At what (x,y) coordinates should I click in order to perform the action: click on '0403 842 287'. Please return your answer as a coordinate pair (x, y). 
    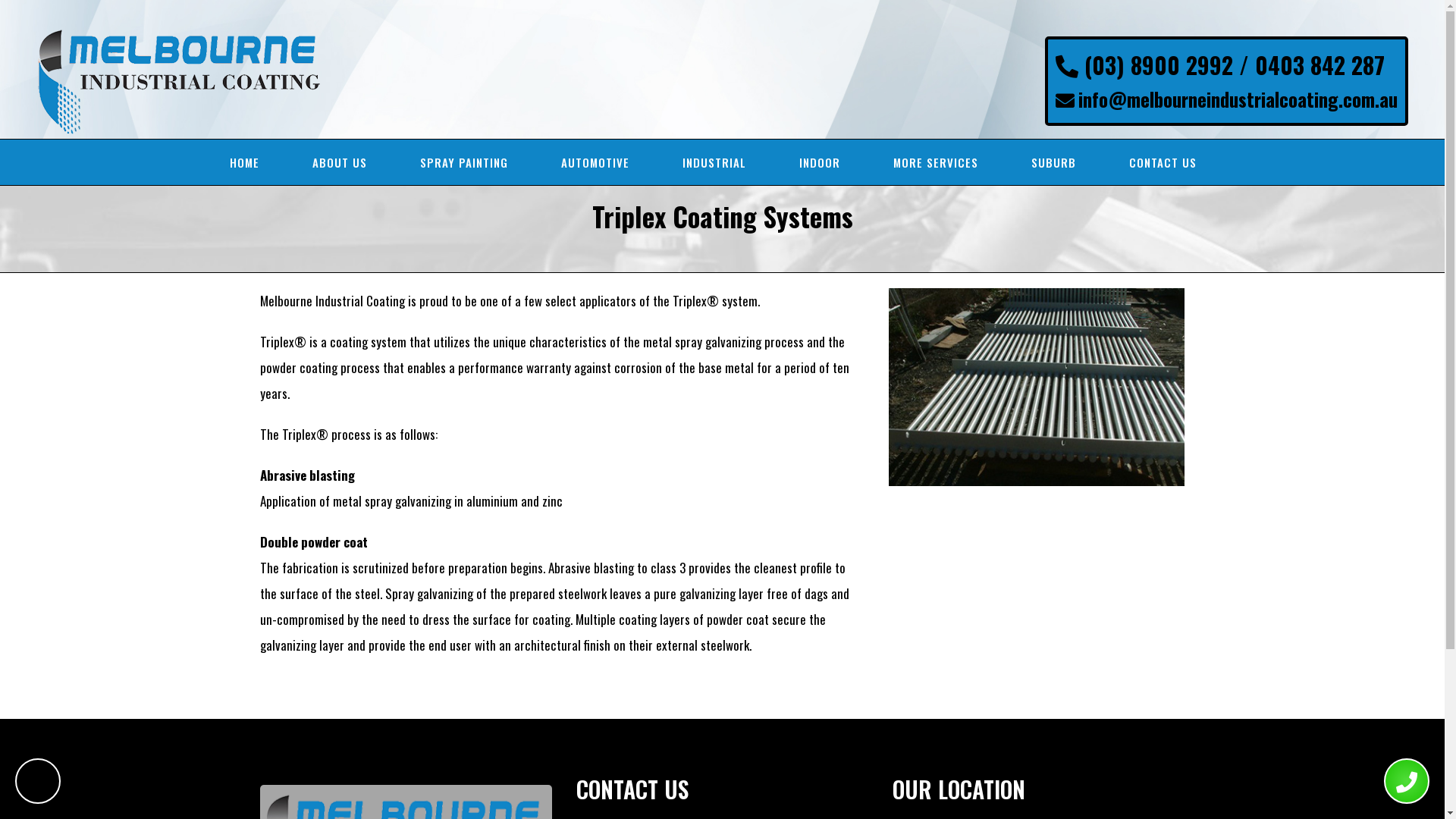
    Looking at the image, I should click on (1255, 64).